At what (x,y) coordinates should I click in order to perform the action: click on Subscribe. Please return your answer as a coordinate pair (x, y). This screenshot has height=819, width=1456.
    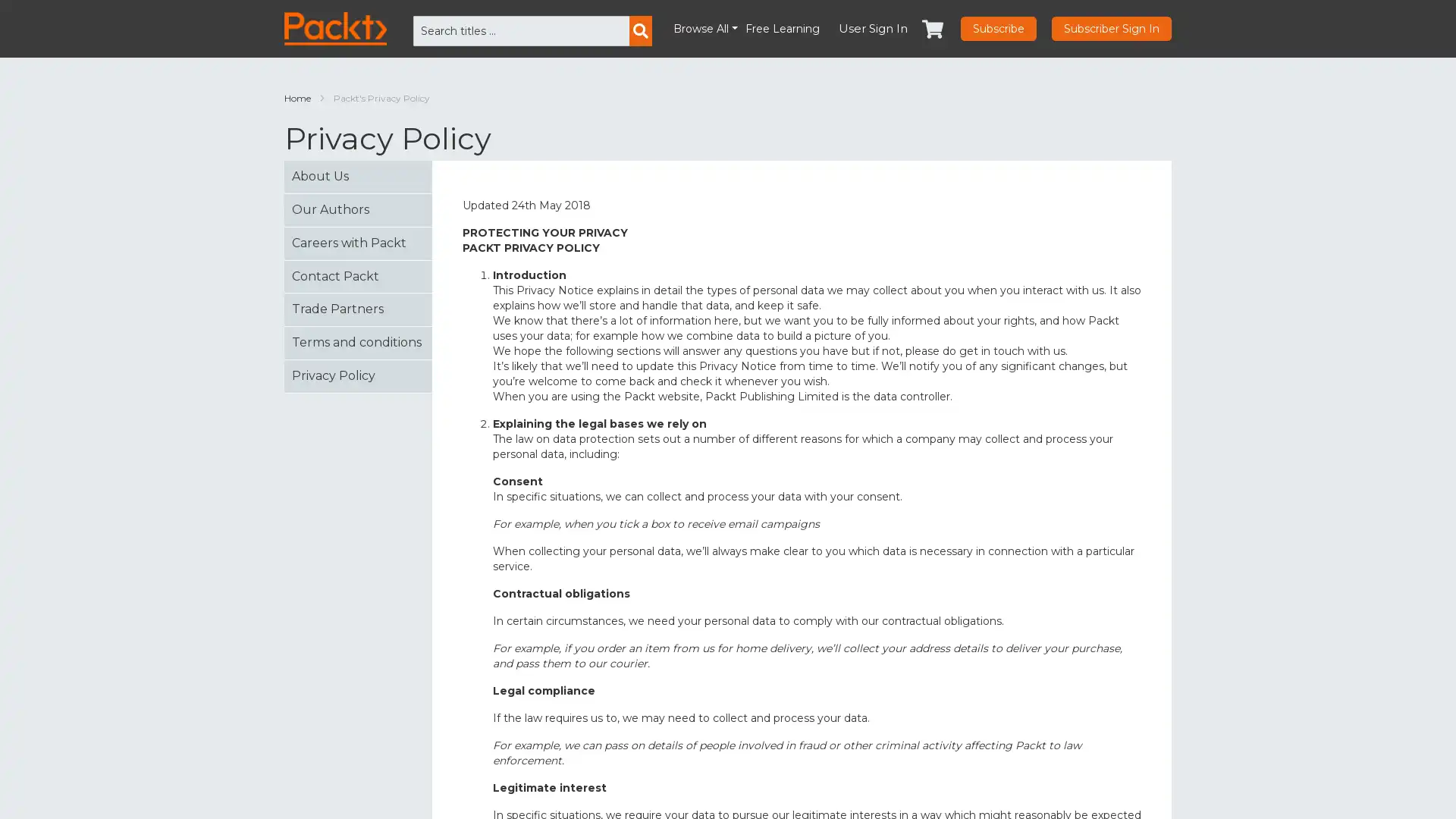
    Looking at the image, I should click on (998, 29).